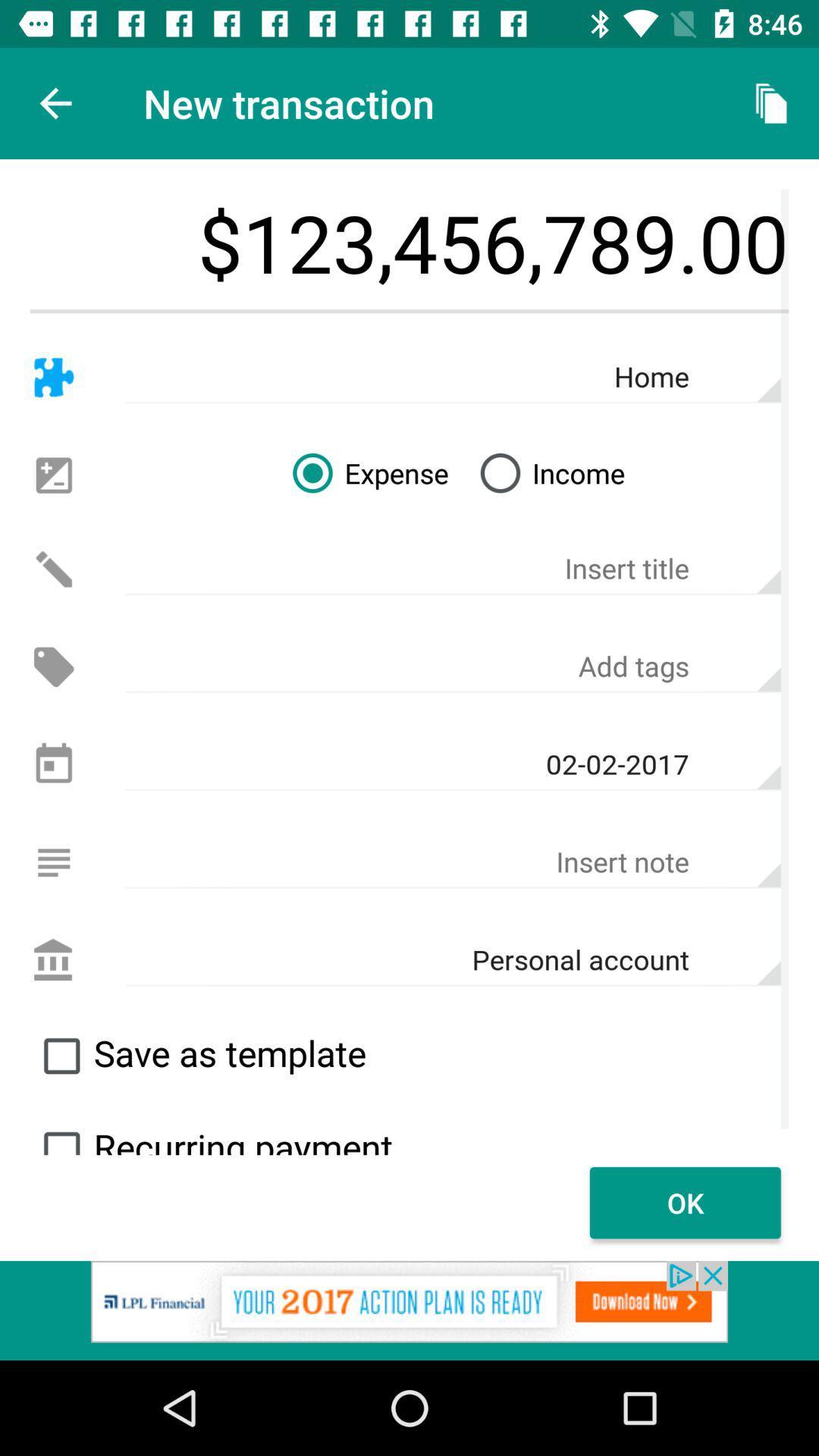  I want to click on the menu icon, so click(53, 862).